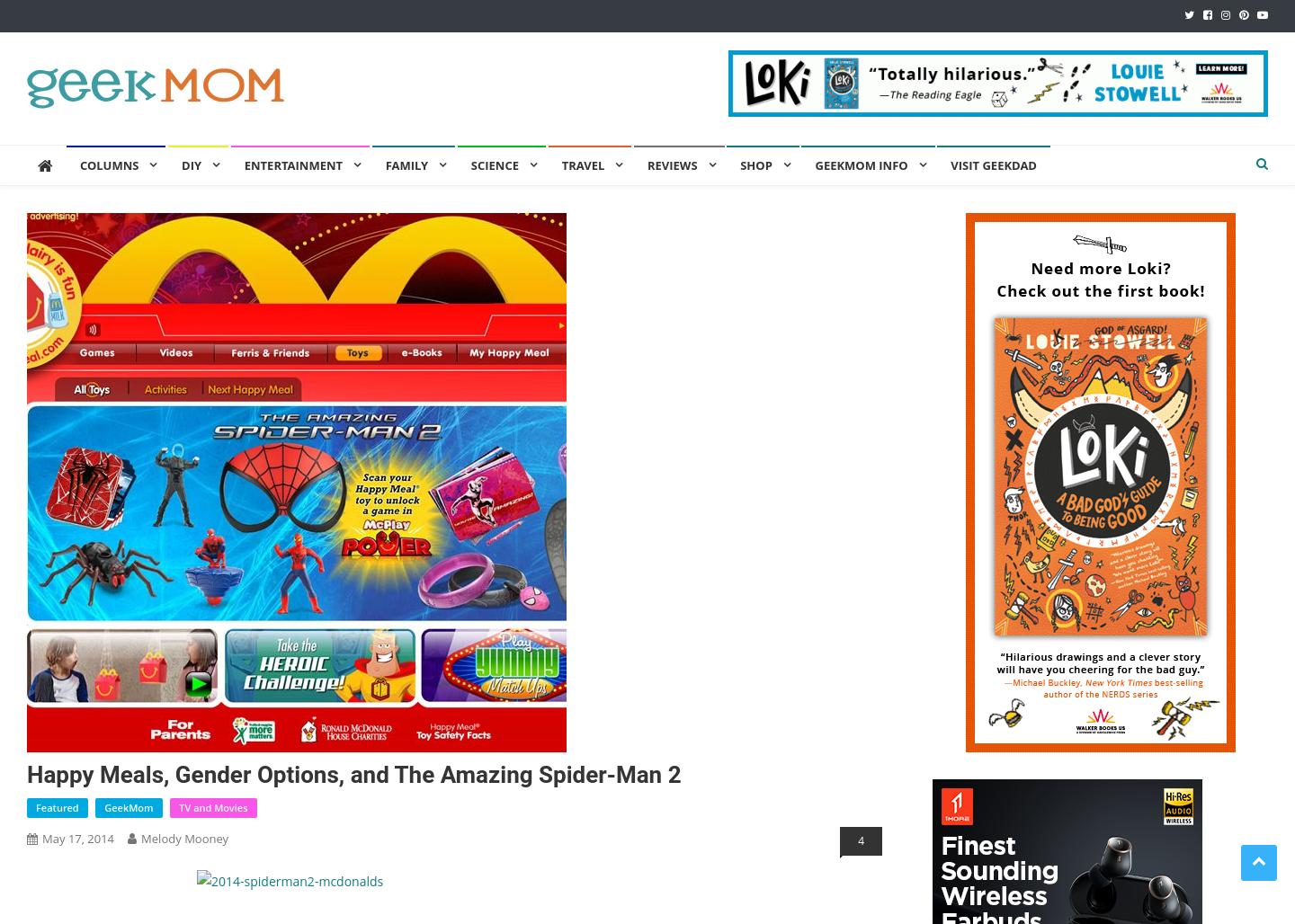 This screenshot has width=1295, height=924. What do you see at coordinates (328, 474) in the screenshot?
I see `'View All in Entertainment'` at bounding box center [328, 474].